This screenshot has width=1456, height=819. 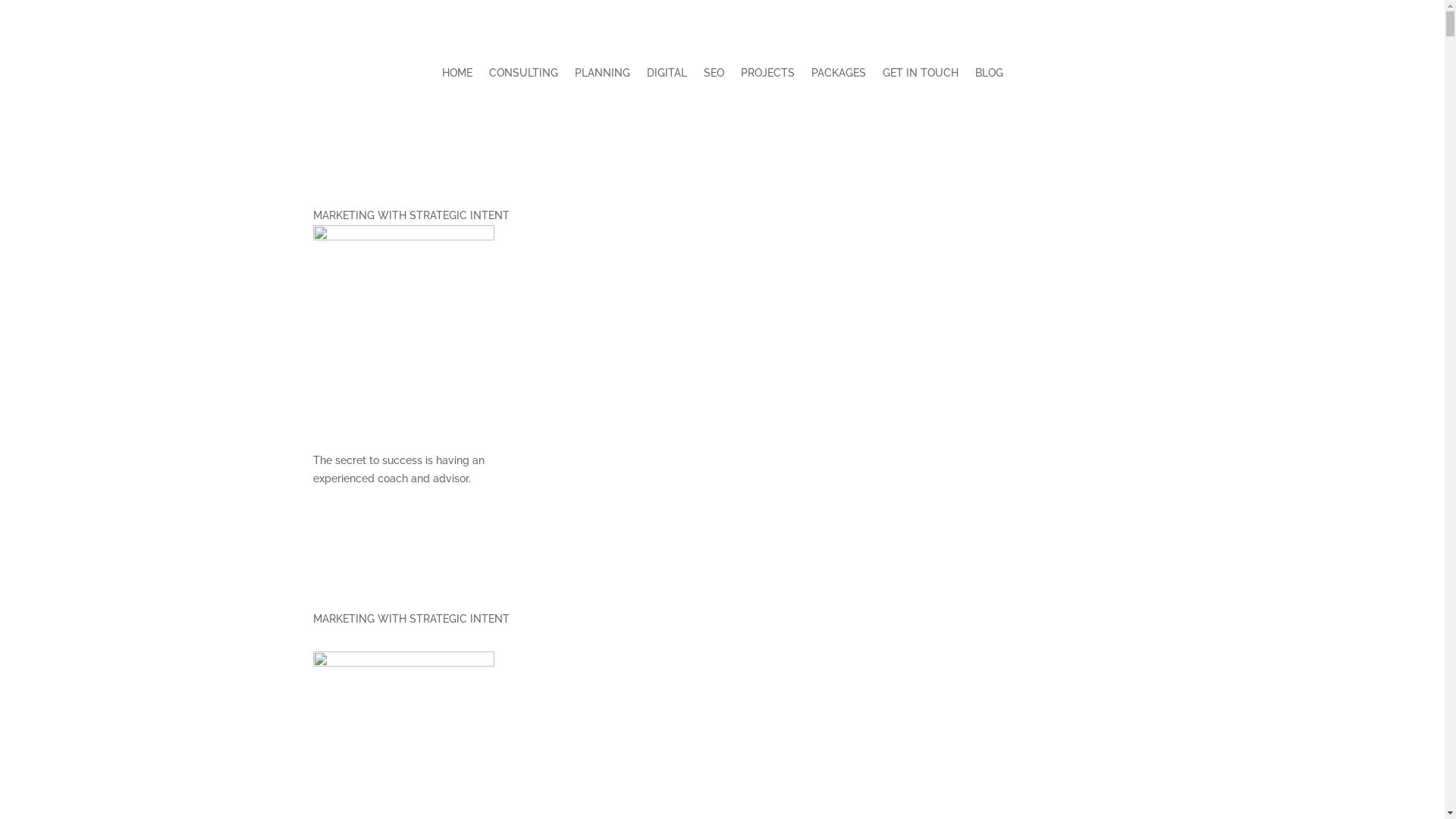 What do you see at coordinates (455, 76) in the screenshot?
I see `'HOME'` at bounding box center [455, 76].